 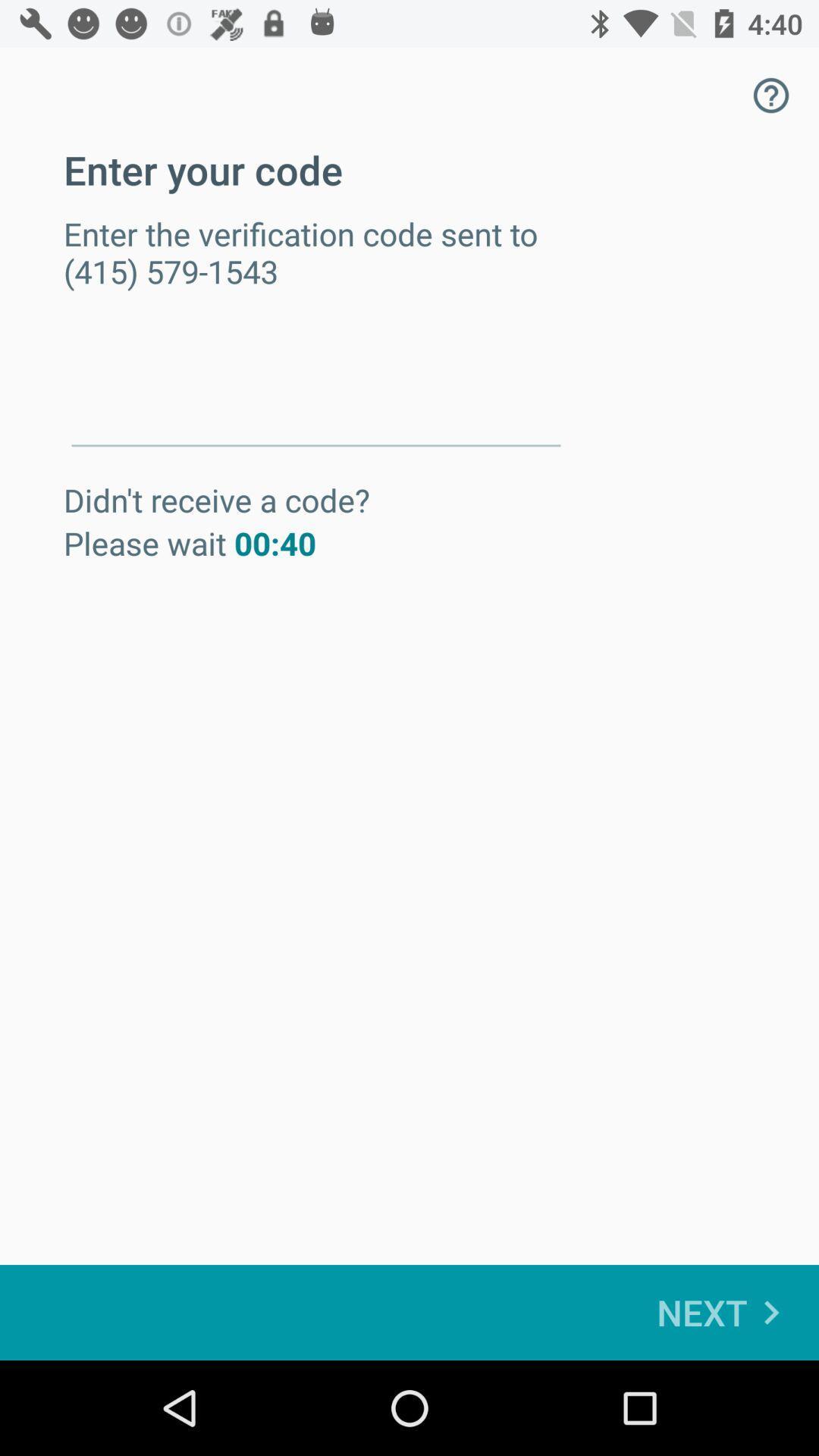 I want to click on item below enter the verification, so click(x=315, y=393).